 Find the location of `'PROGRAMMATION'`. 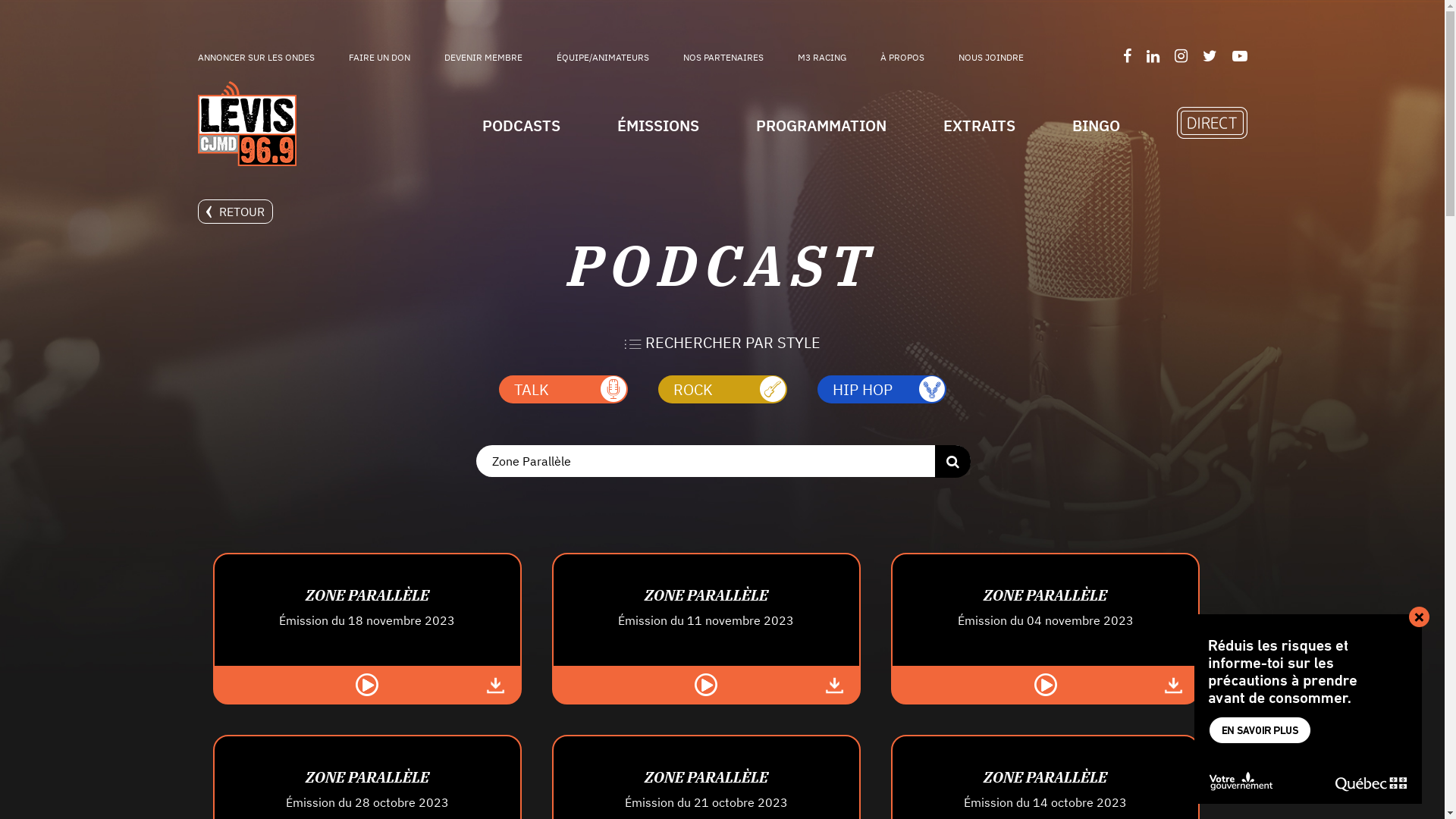

'PROGRAMMATION' is located at coordinates (819, 124).